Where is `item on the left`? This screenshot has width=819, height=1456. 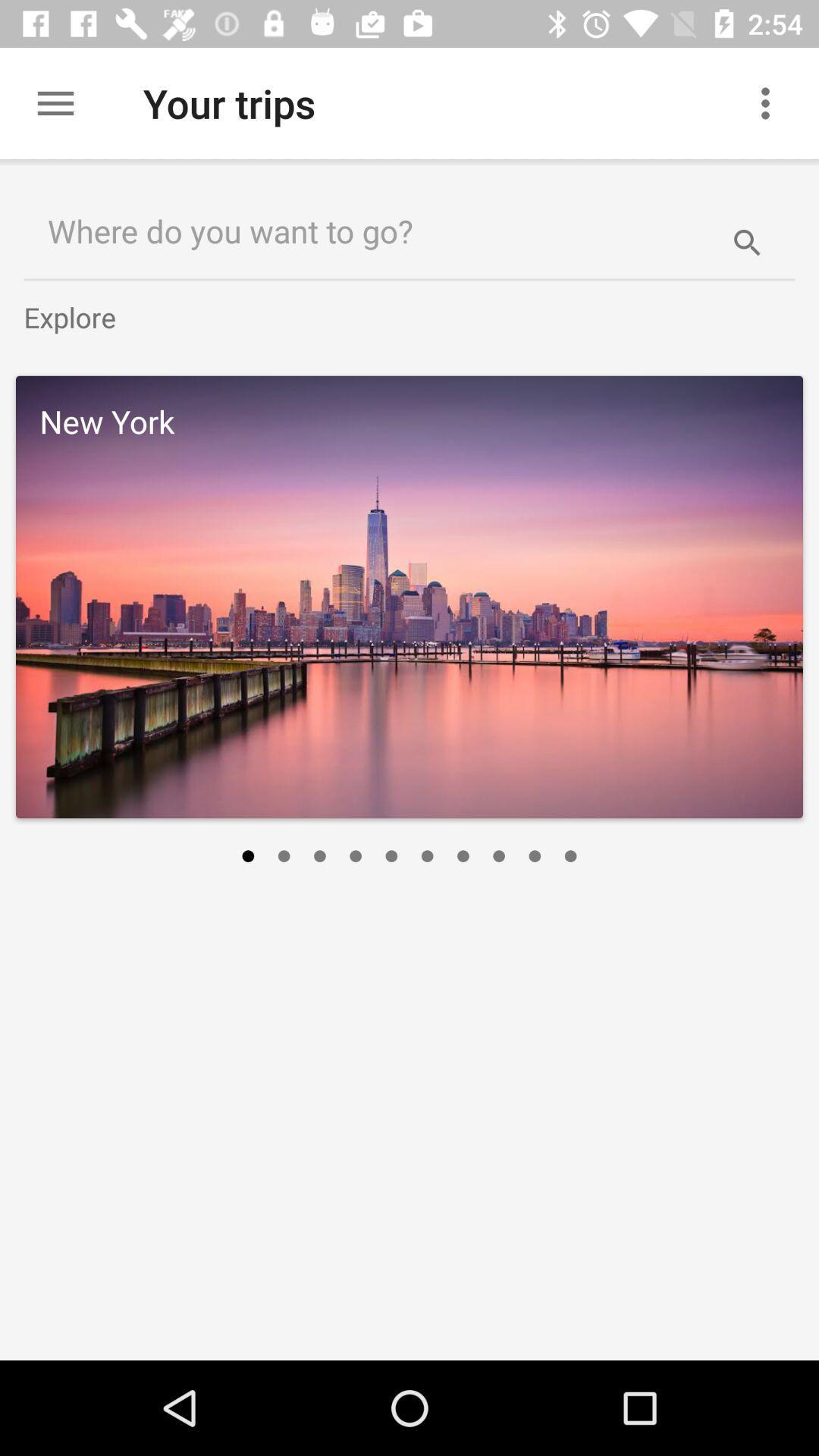
item on the left is located at coordinates (247, 856).